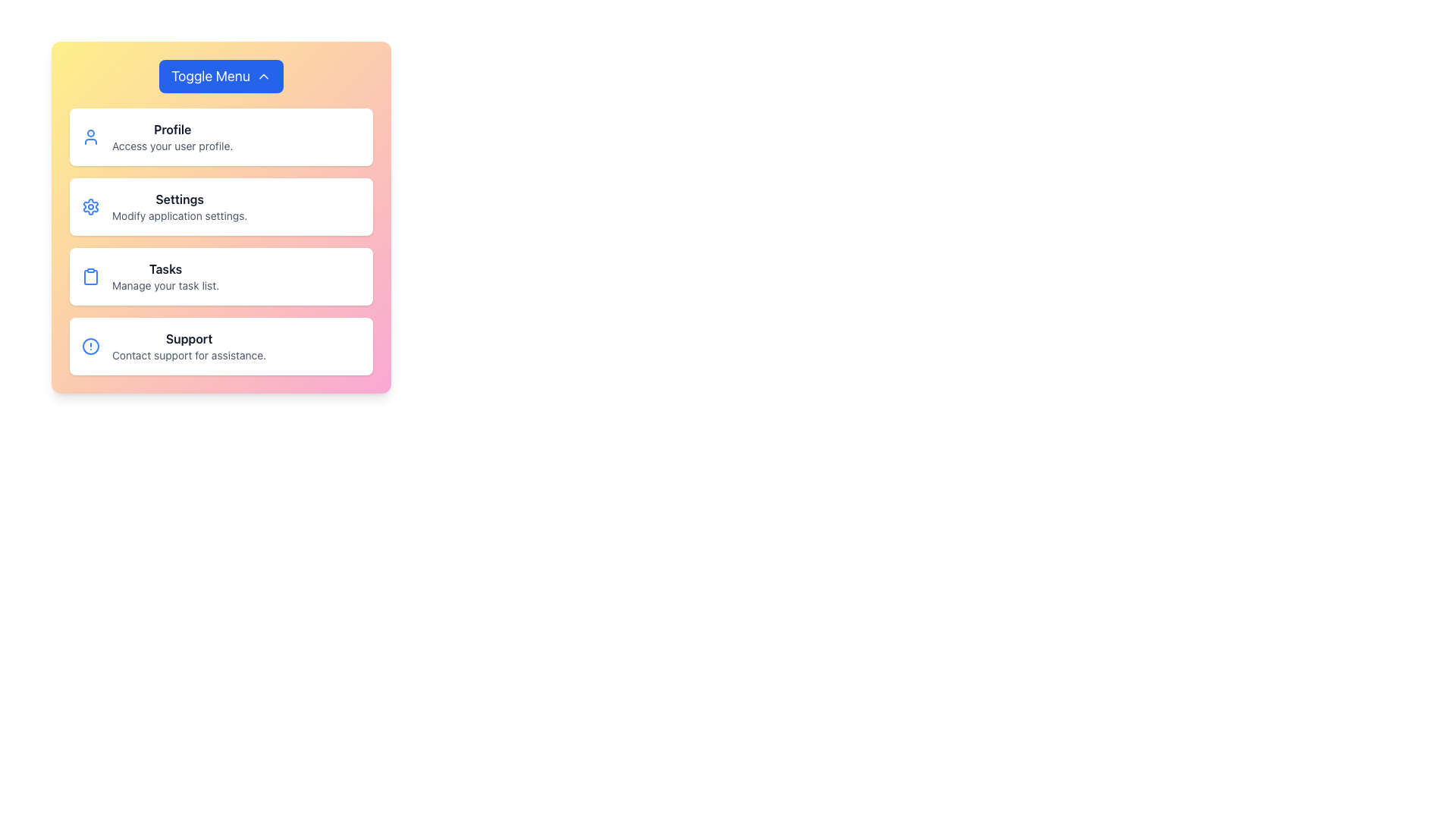  Describe the element at coordinates (165, 286) in the screenshot. I see `contextual information provided by the Text label located below the 'Tasks' title and above the 'Support' section` at that location.